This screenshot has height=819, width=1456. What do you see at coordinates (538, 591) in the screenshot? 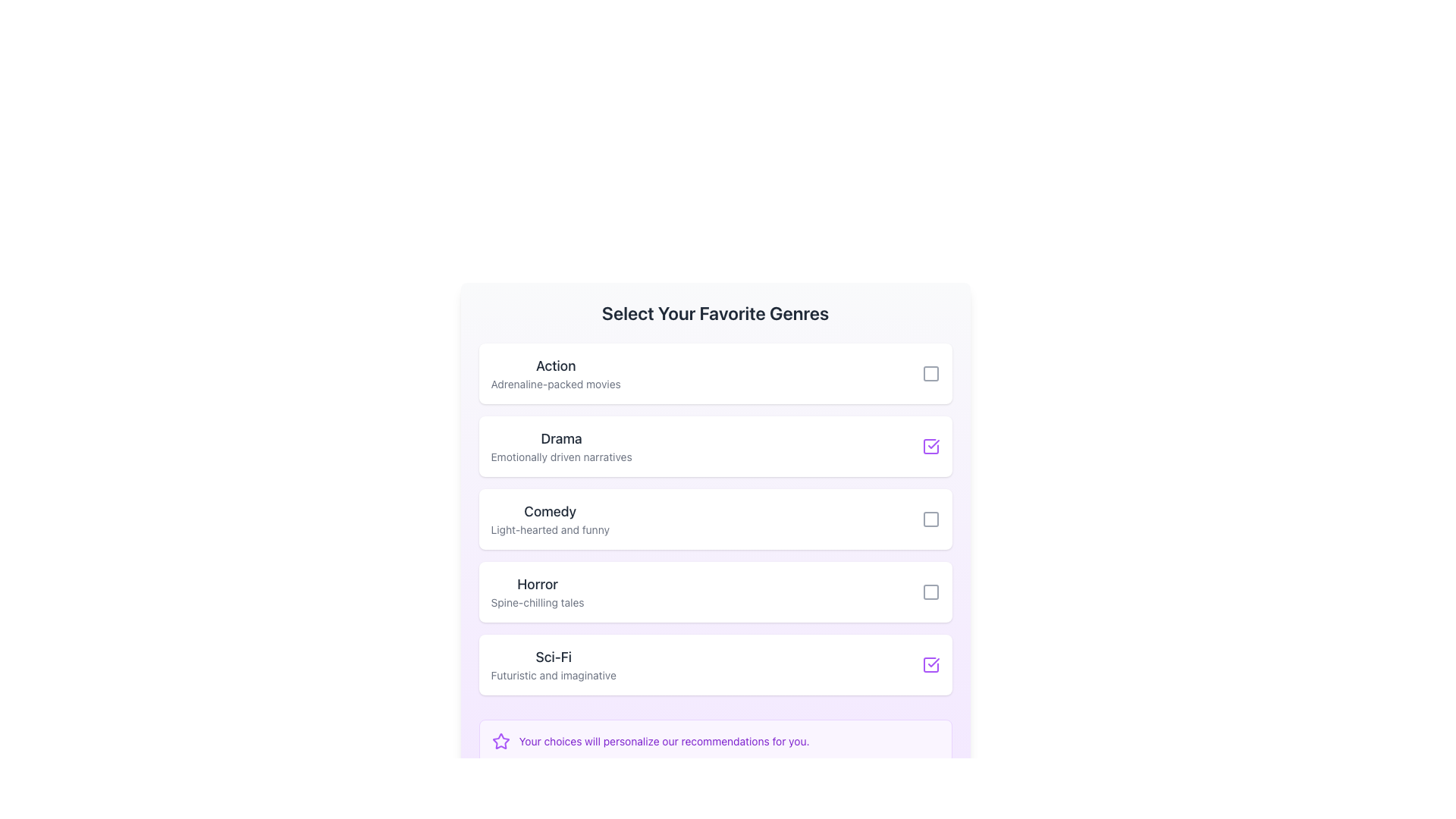
I see `the label displaying 'Horror' with the description 'Spine-chilling tales', which is located in the fourth row of genre options, positioned between the 'Comedy' and 'Sci-Fi' cards` at bounding box center [538, 591].